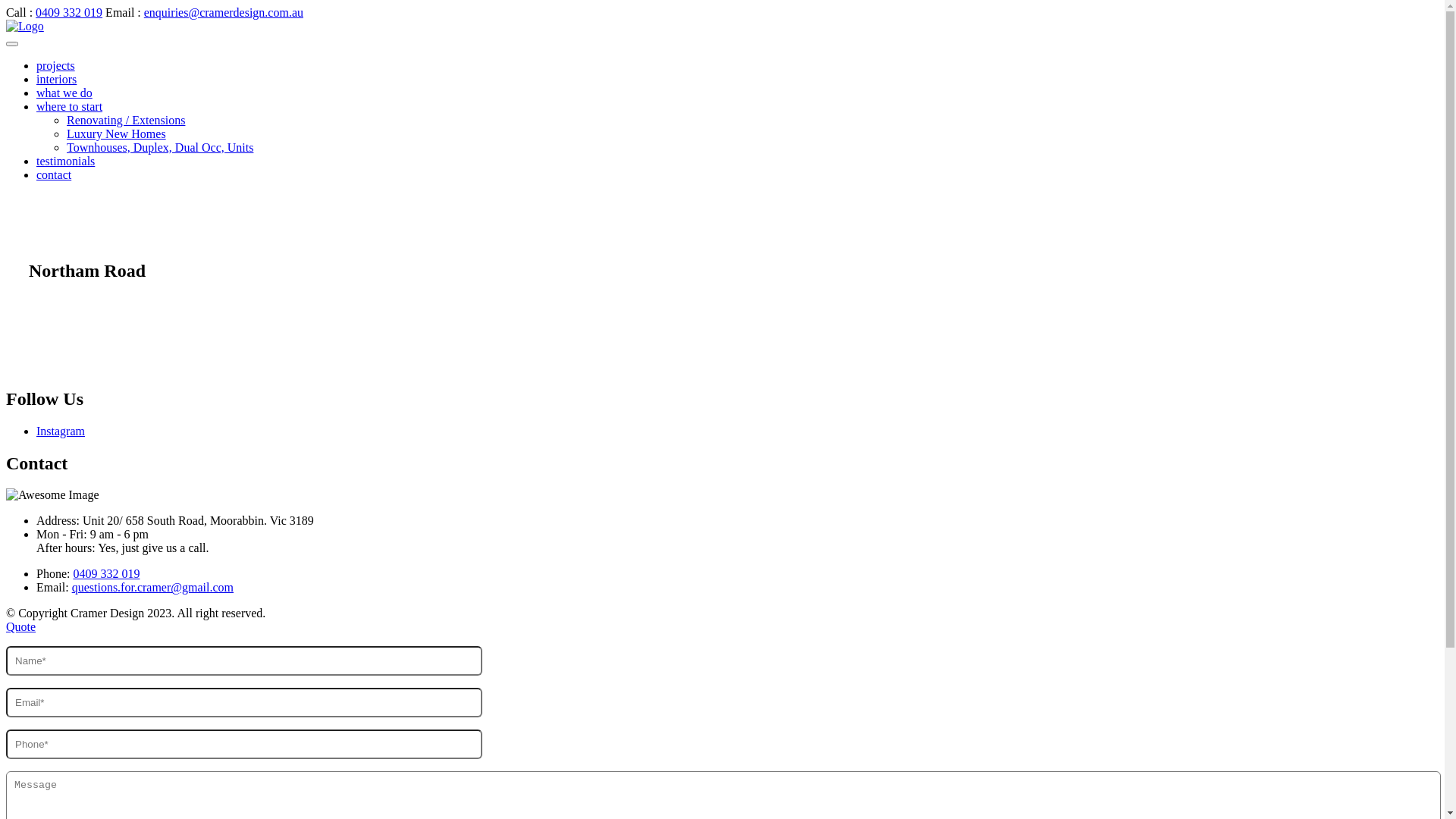 The width and height of the screenshot is (1456, 819). What do you see at coordinates (115, 133) in the screenshot?
I see `'Luxury New Homes'` at bounding box center [115, 133].